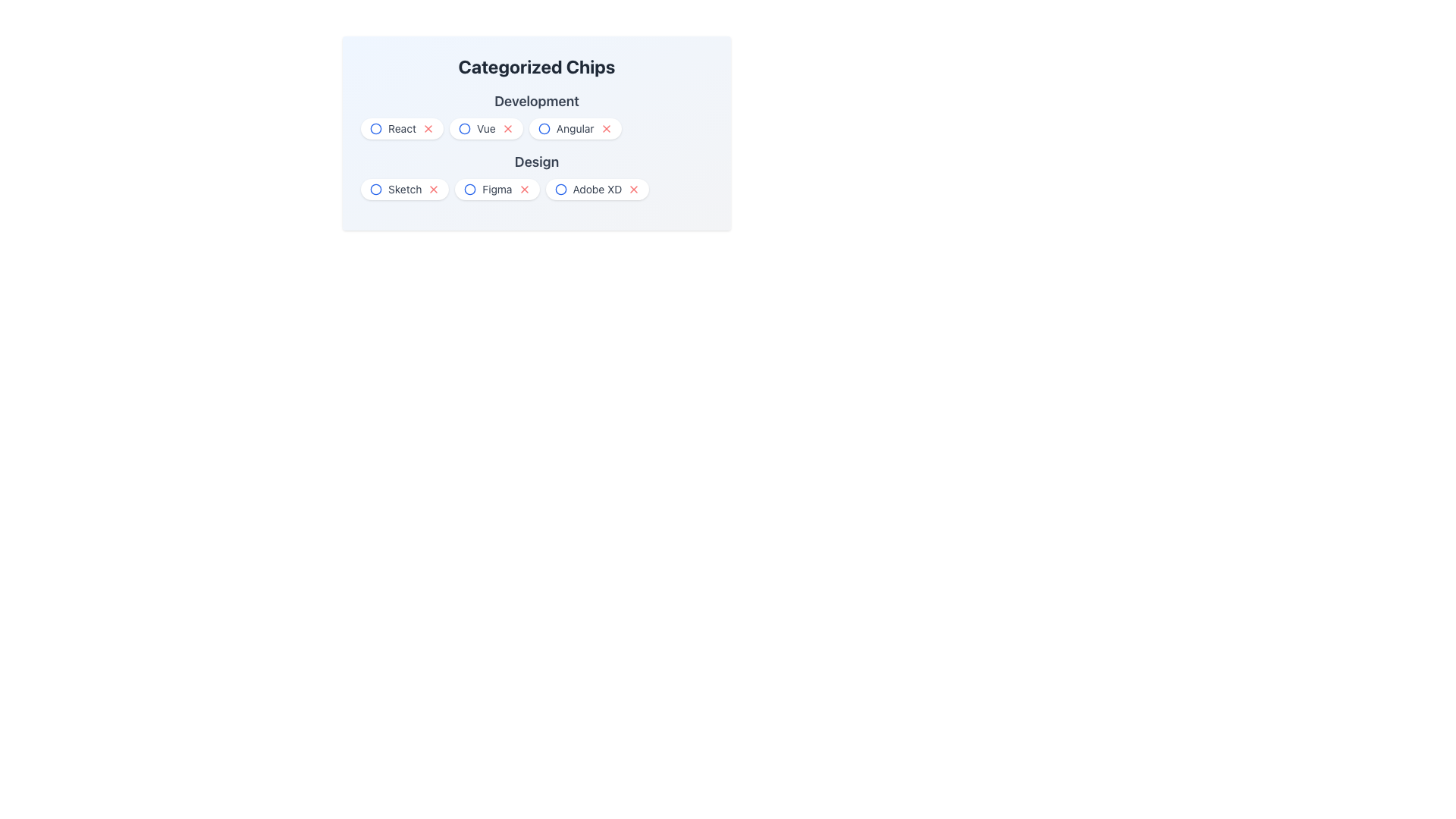 Image resolution: width=1456 pixels, height=819 pixels. Describe the element at coordinates (497, 189) in the screenshot. I see `text label displaying 'Figma' which is part of a pill-shaped button in the 'Design' category under 'Categorized Chips'` at that location.